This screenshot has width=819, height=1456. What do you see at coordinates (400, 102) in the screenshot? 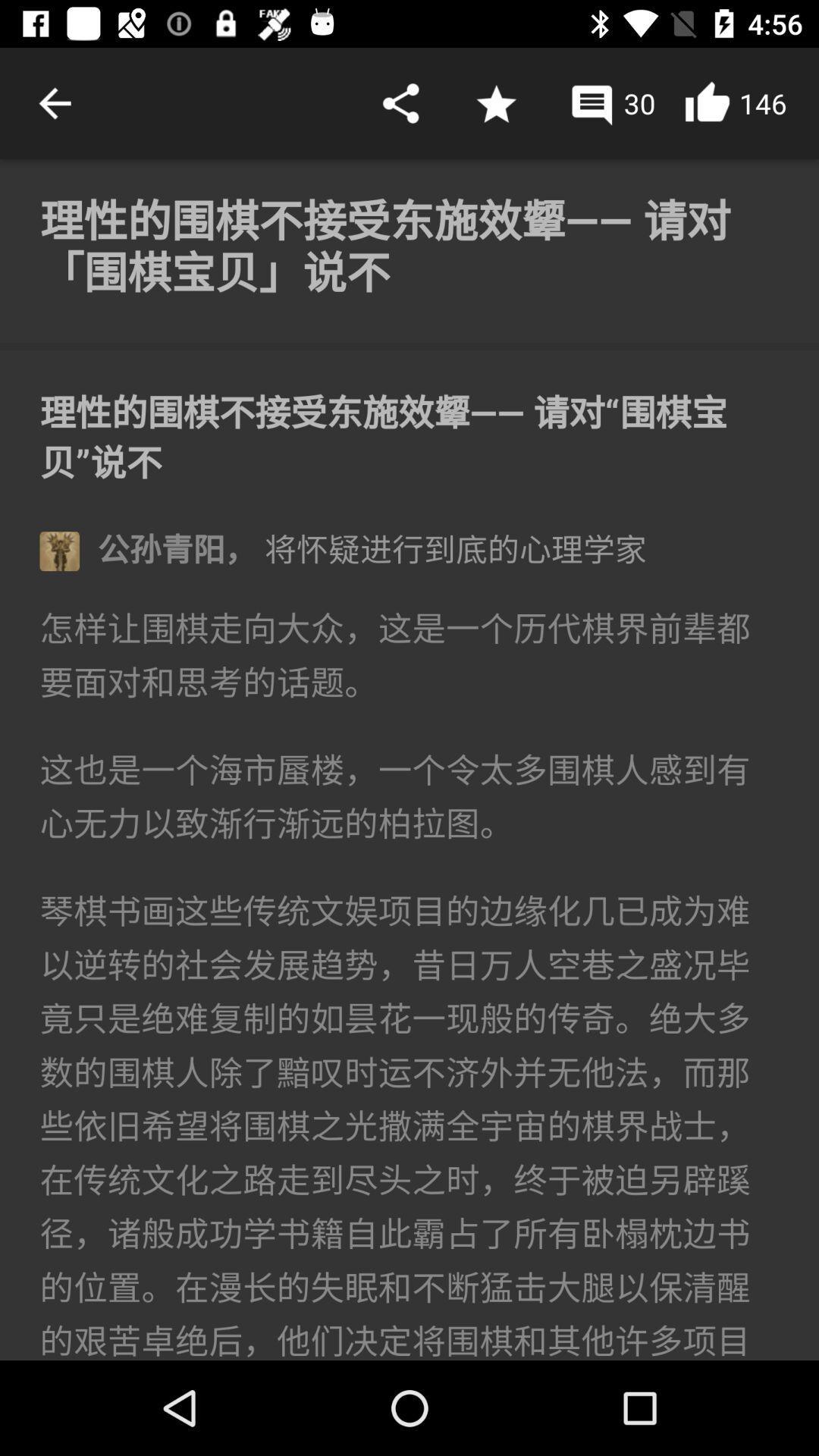
I see `share` at bounding box center [400, 102].